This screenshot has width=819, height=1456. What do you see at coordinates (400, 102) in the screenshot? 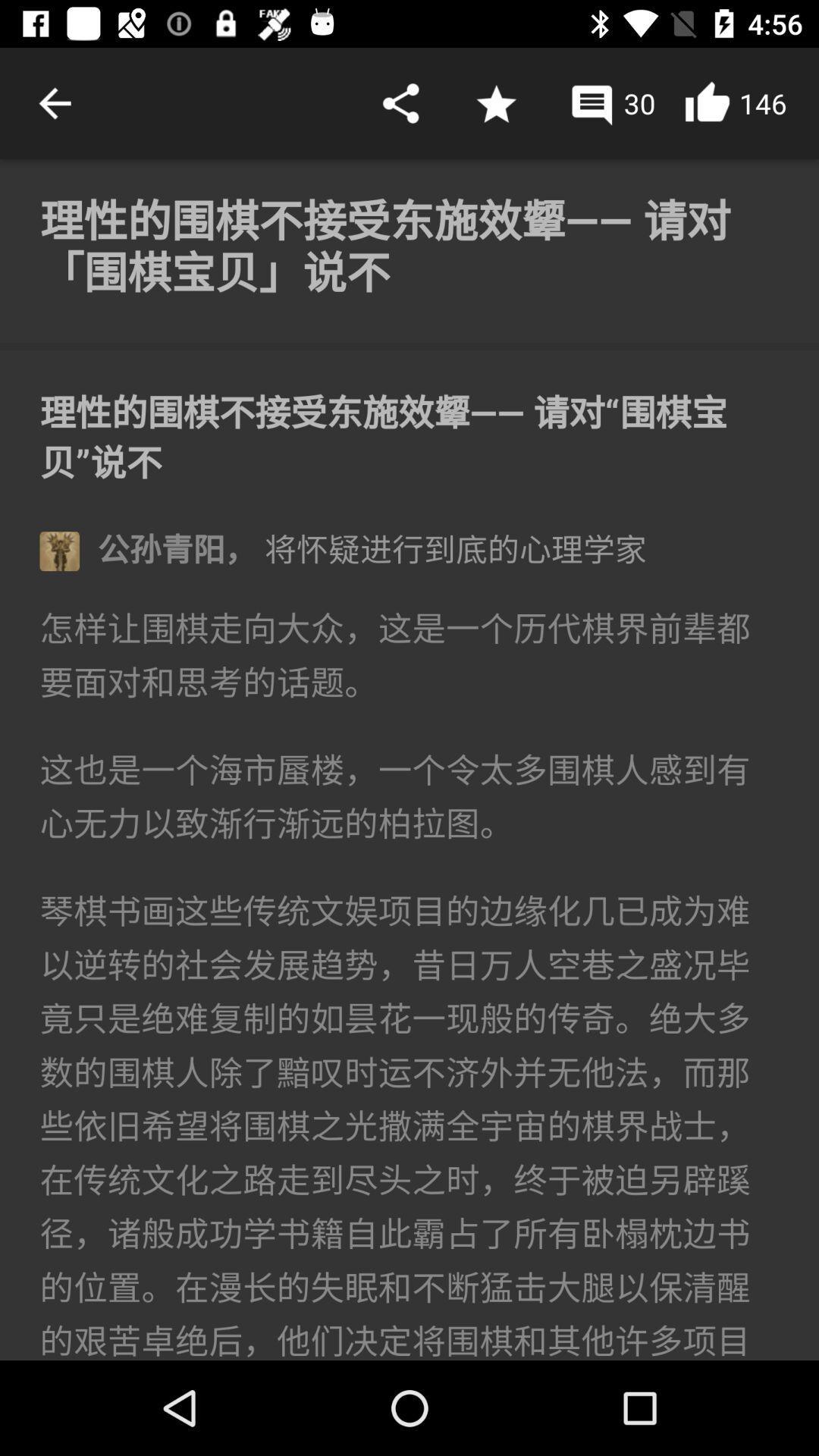
I see `share` at bounding box center [400, 102].